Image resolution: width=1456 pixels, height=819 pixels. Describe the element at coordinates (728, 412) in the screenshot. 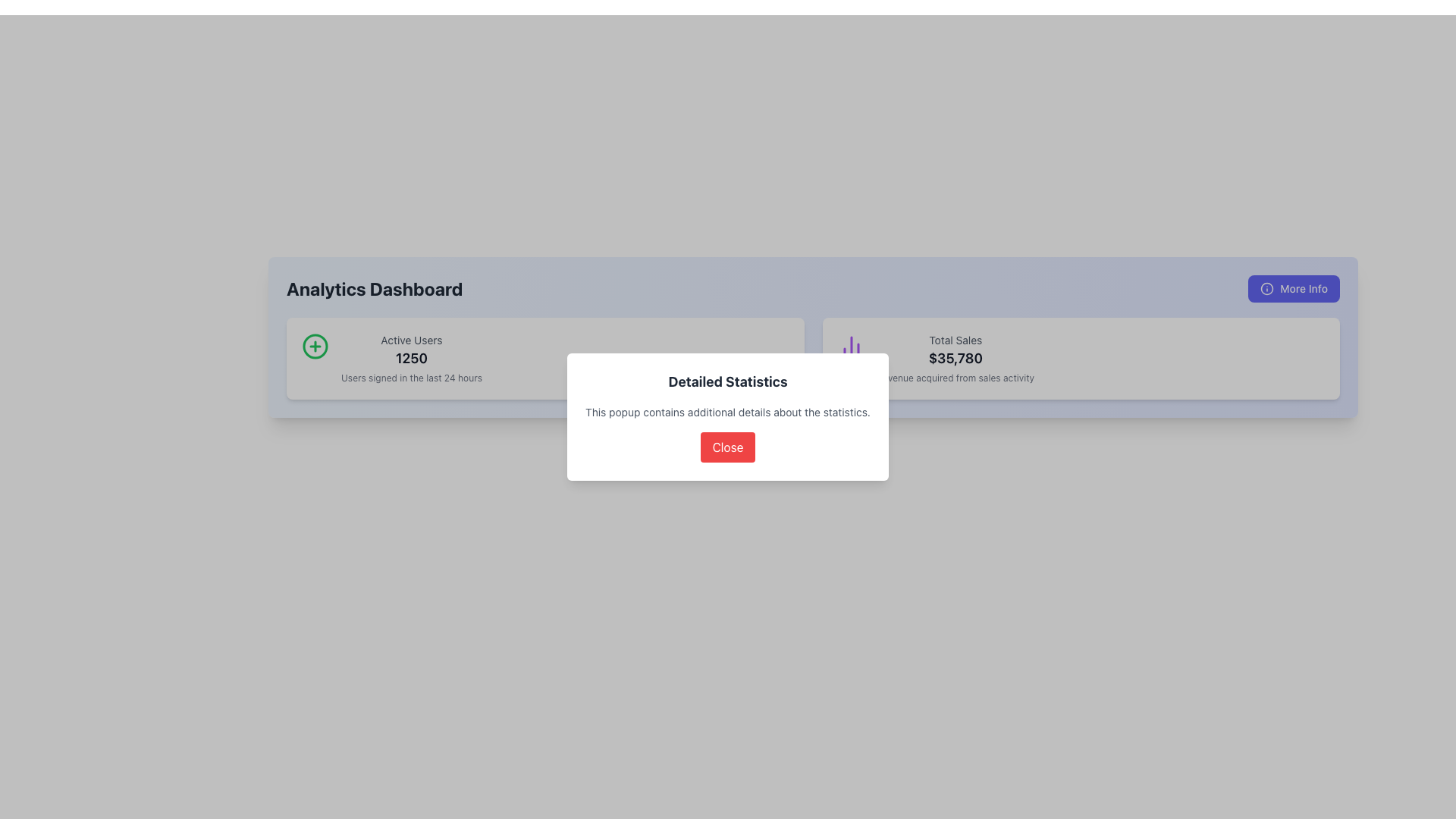

I see `the text element that provides descriptive information in the popup titled 'Detailed Statistics', located below the title and above the Close button` at that location.